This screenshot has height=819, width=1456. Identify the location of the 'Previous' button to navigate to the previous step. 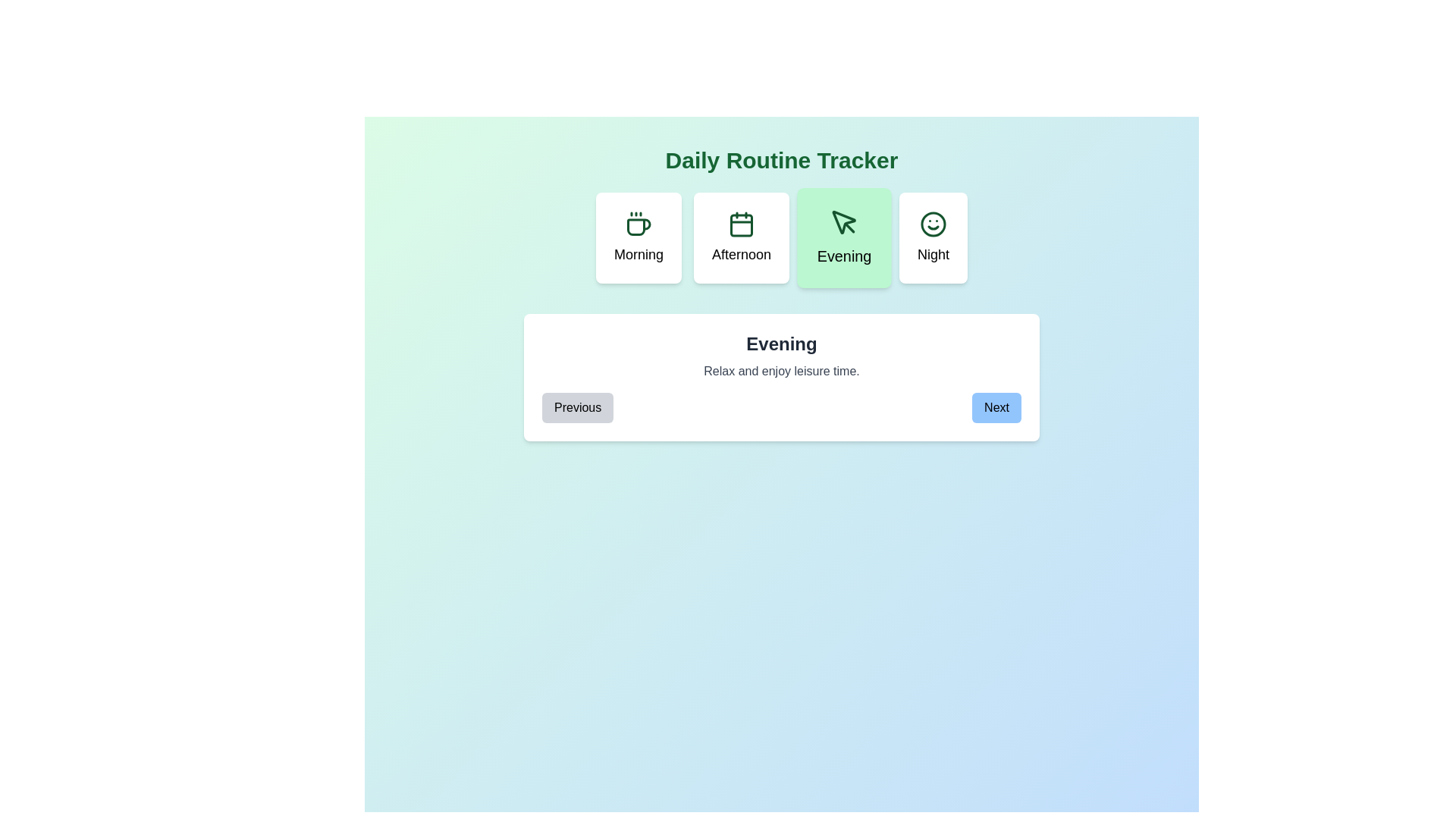
(577, 406).